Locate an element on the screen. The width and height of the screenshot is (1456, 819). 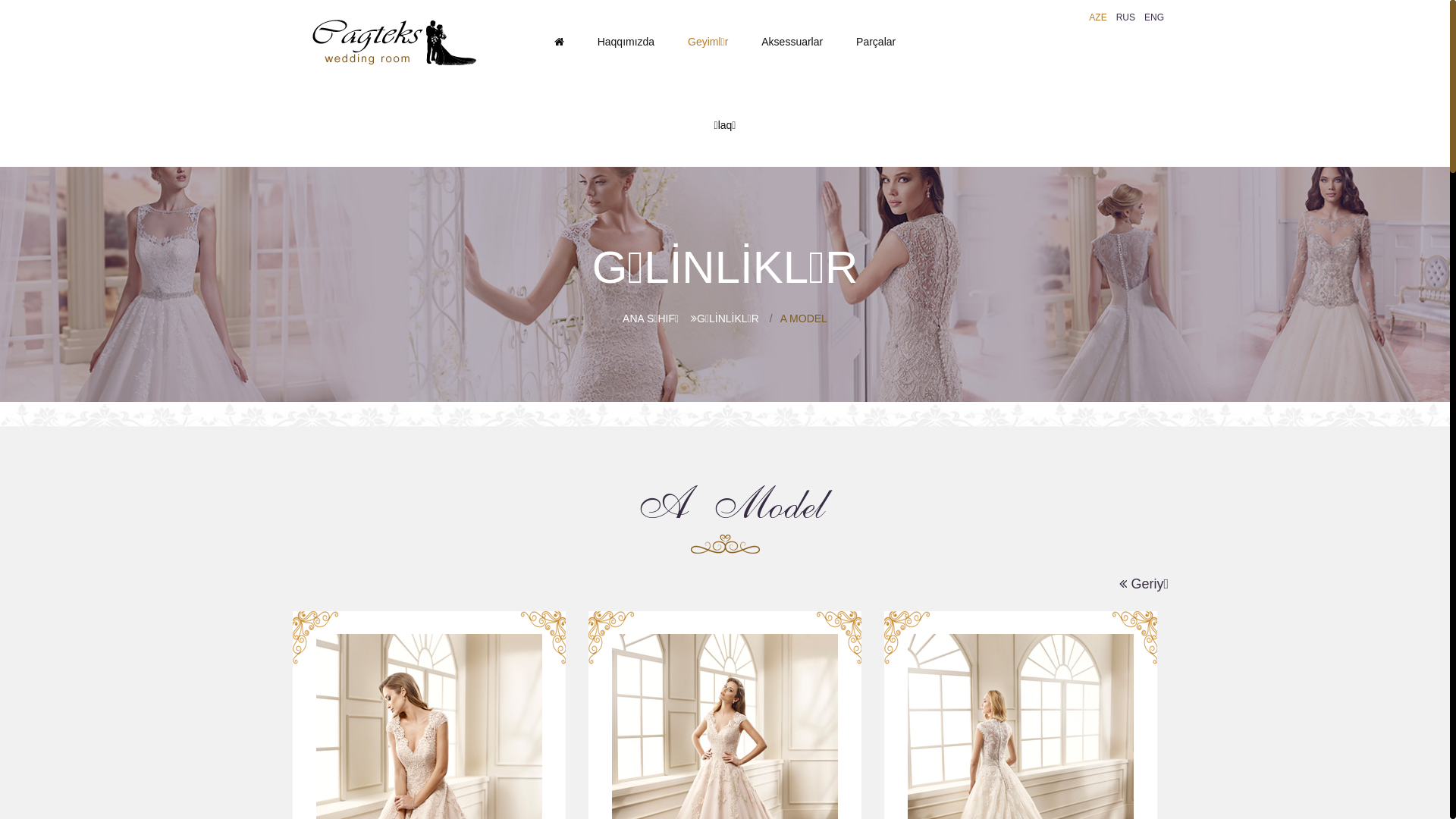
'RUS' is located at coordinates (1125, 17).